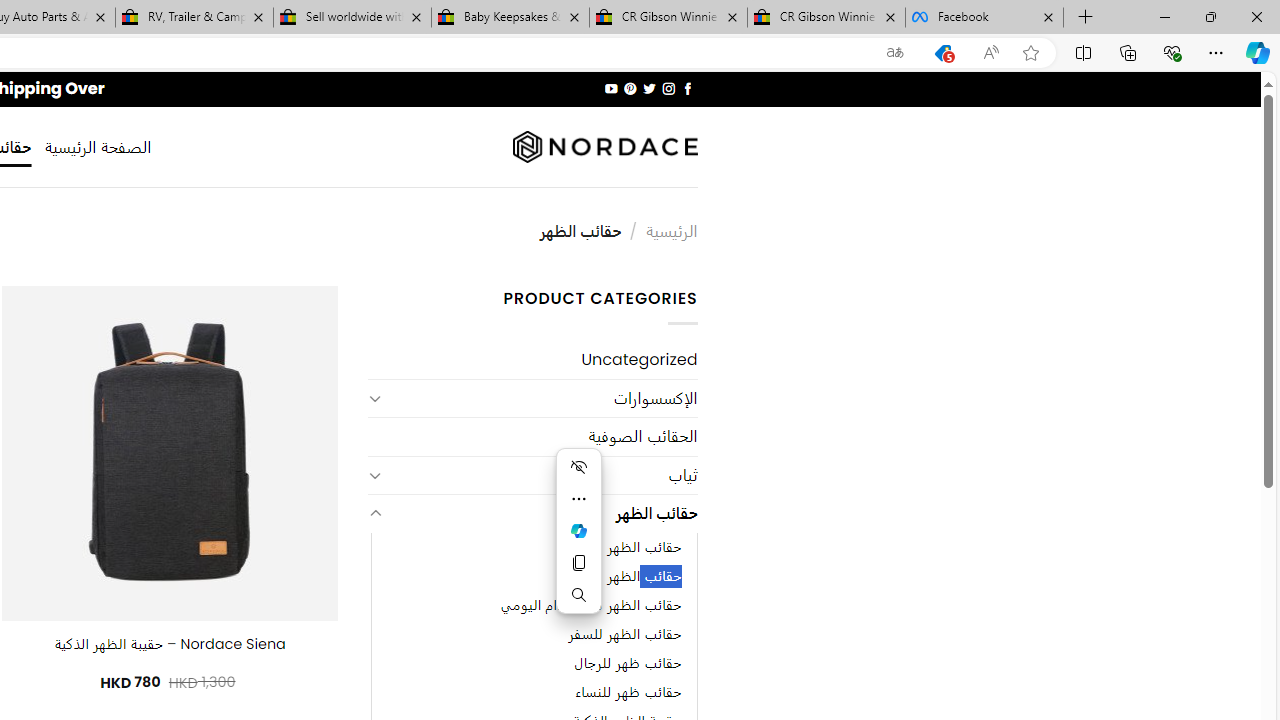 This screenshot has height=720, width=1280. I want to click on 'Follow on Facebook', so click(687, 88).